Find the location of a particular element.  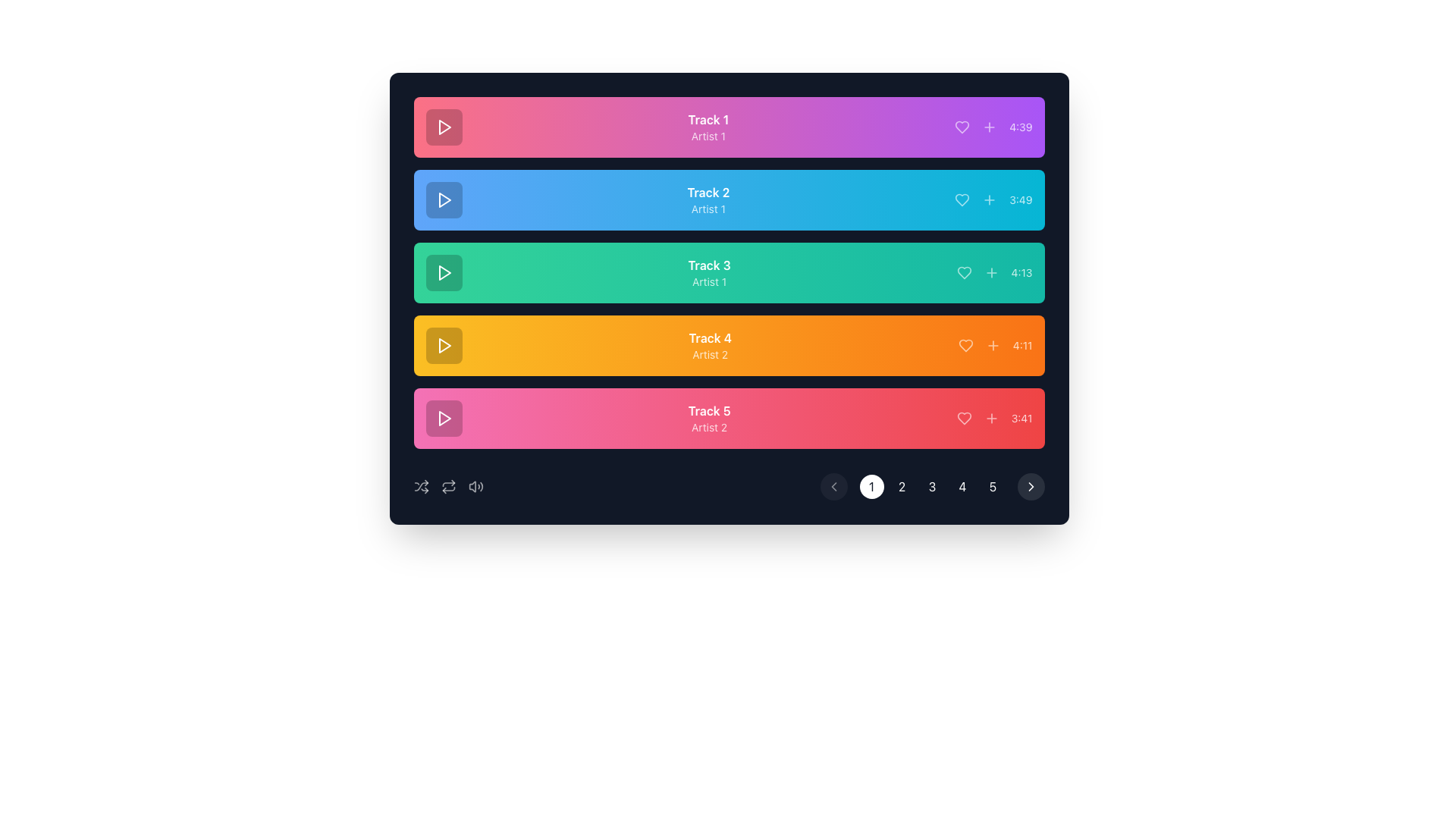

the static text component displaying 'Track 3' by 'Artist 1', which is located in the track list between 'Track 2' and 'Track 4' is located at coordinates (708, 271).